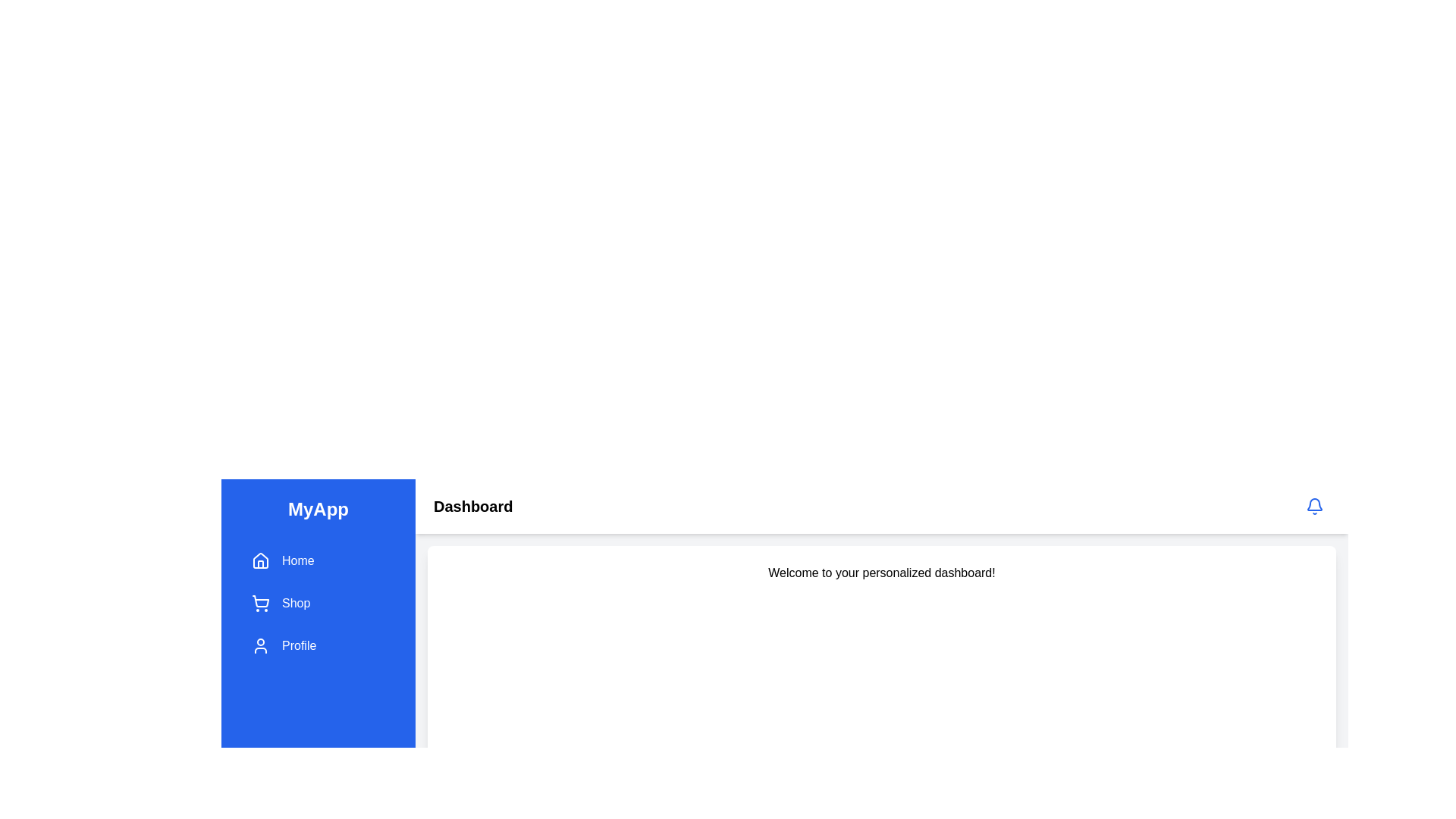 The image size is (1456, 819). Describe the element at coordinates (318, 561) in the screenshot. I see `the navigation button that directs users to the home or dashboard page of the application, located at the first position in the vertical navigation section on the left side of the interface` at that location.